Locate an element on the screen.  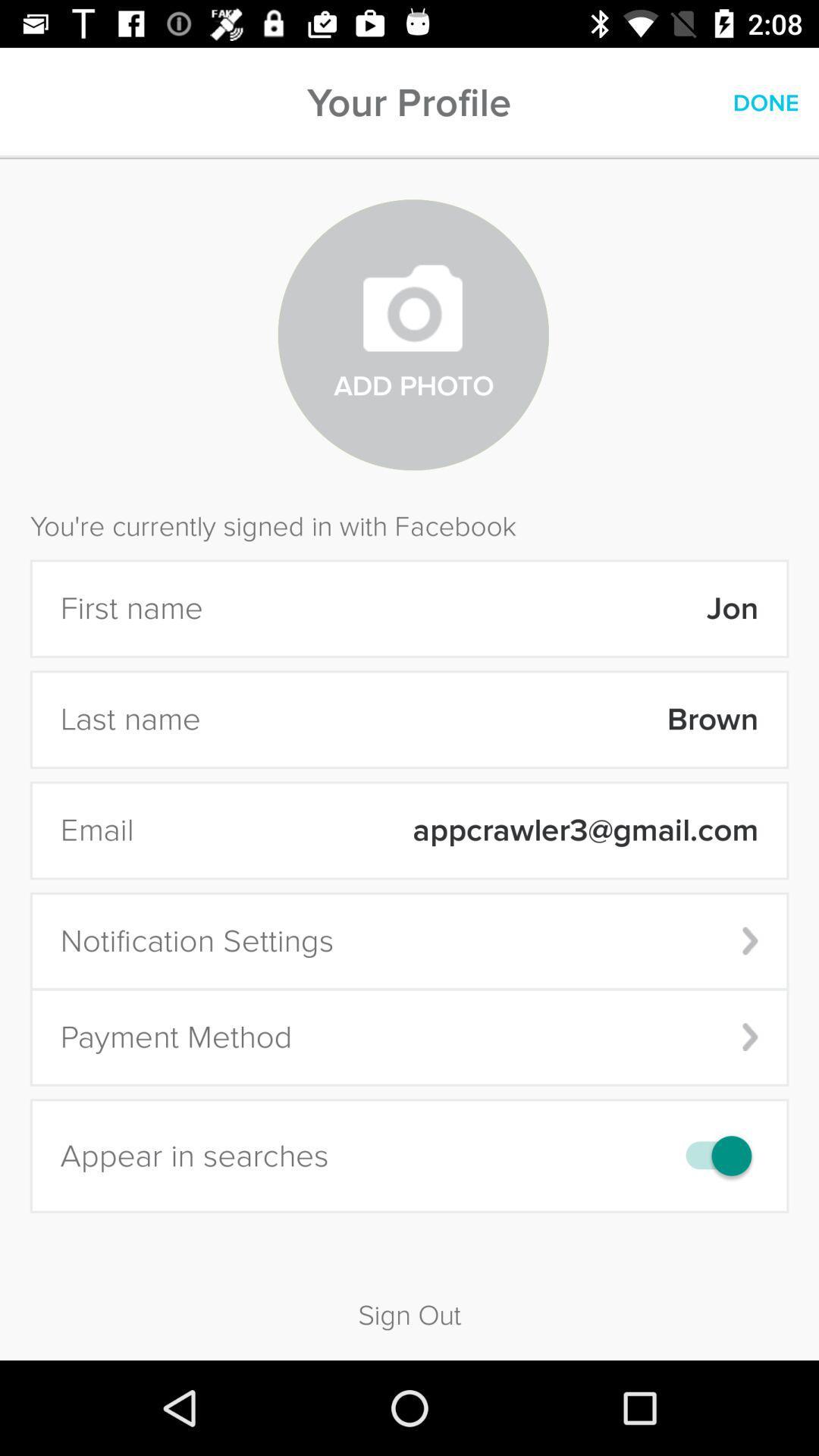
icon to the right of last name item is located at coordinates (489, 719).